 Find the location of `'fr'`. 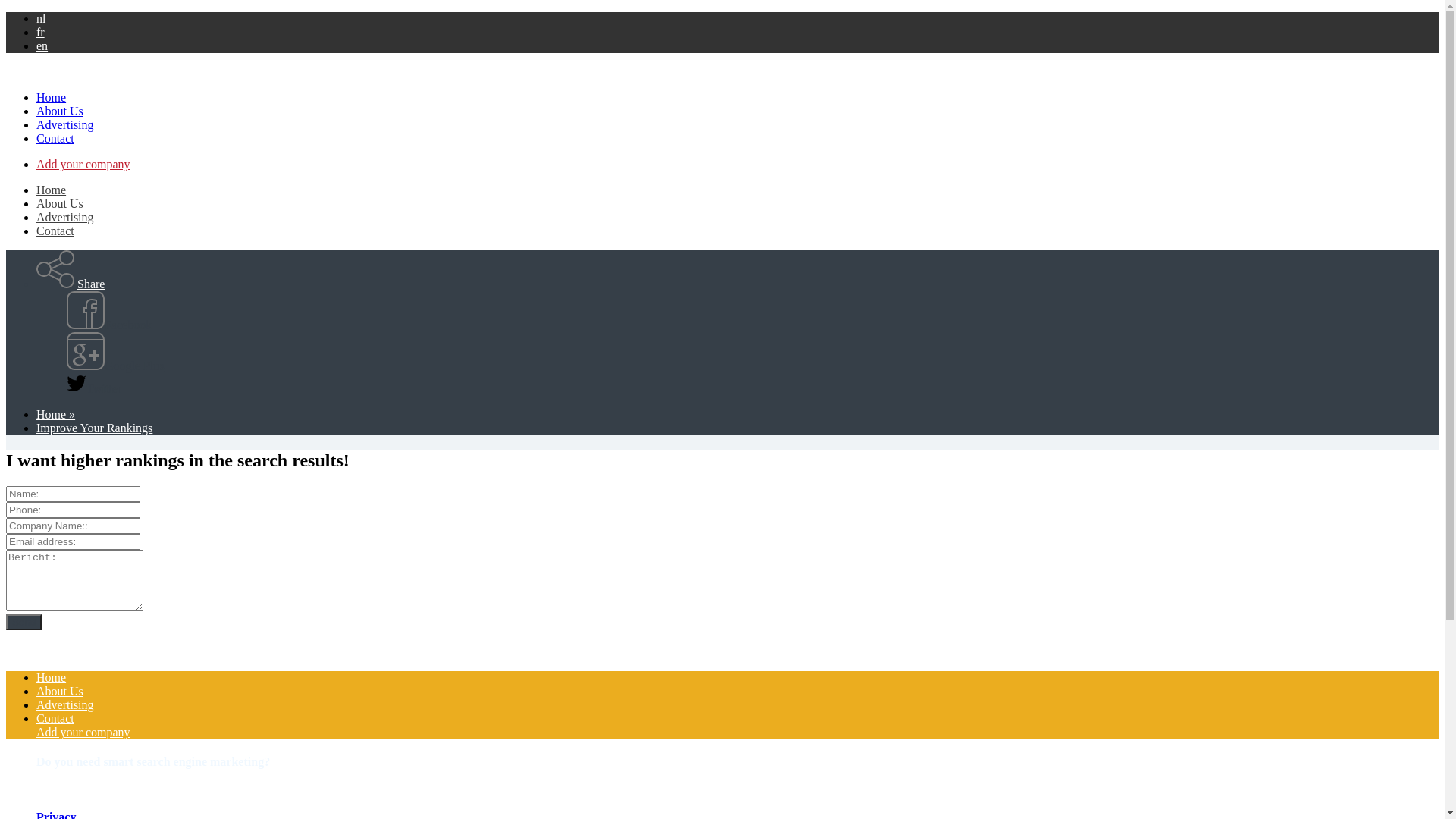

'fr' is located at coordinates (40, 32).